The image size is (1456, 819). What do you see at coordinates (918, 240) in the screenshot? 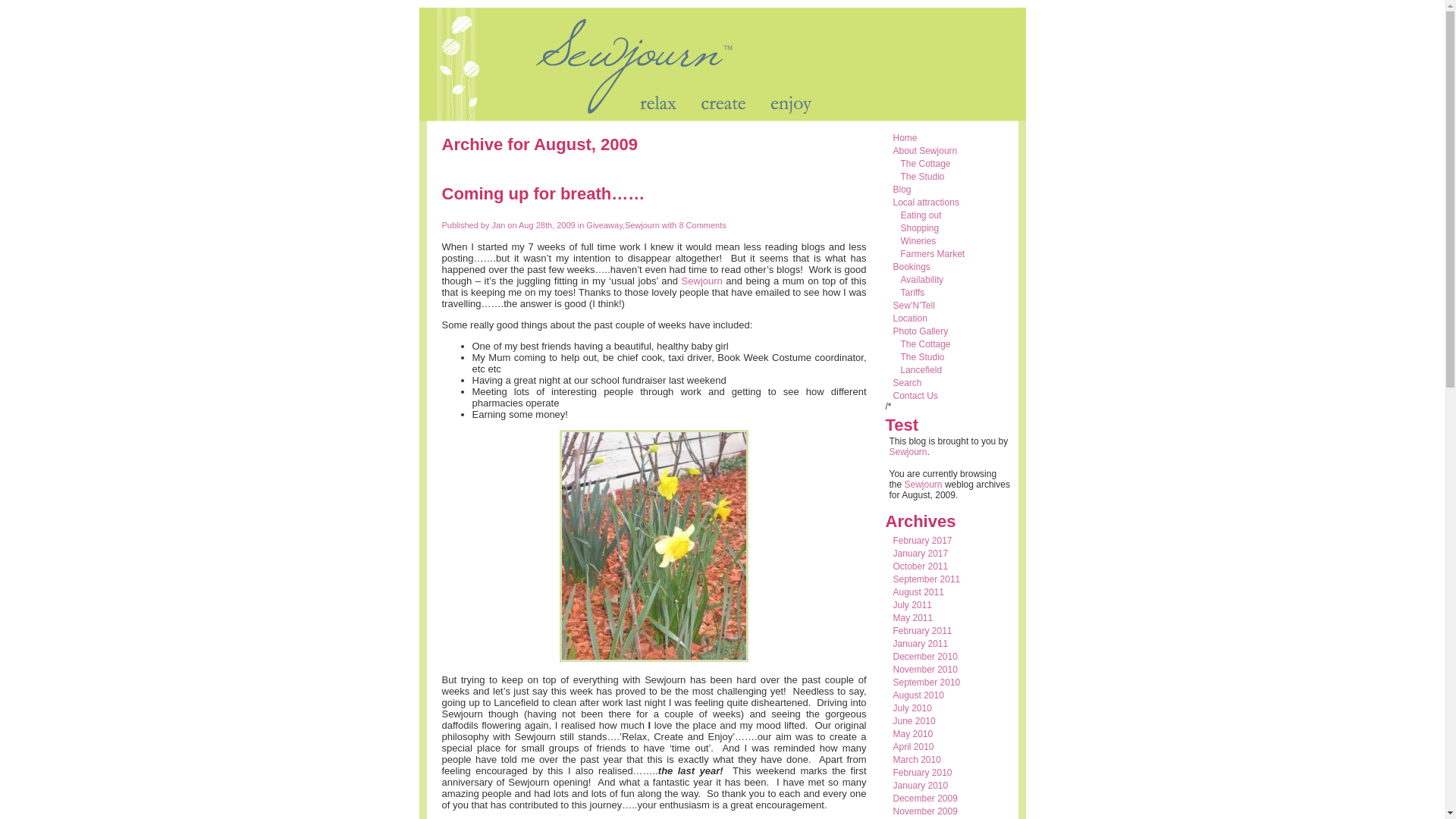
I see `'Wineries'` at bounding box center [918, 240].